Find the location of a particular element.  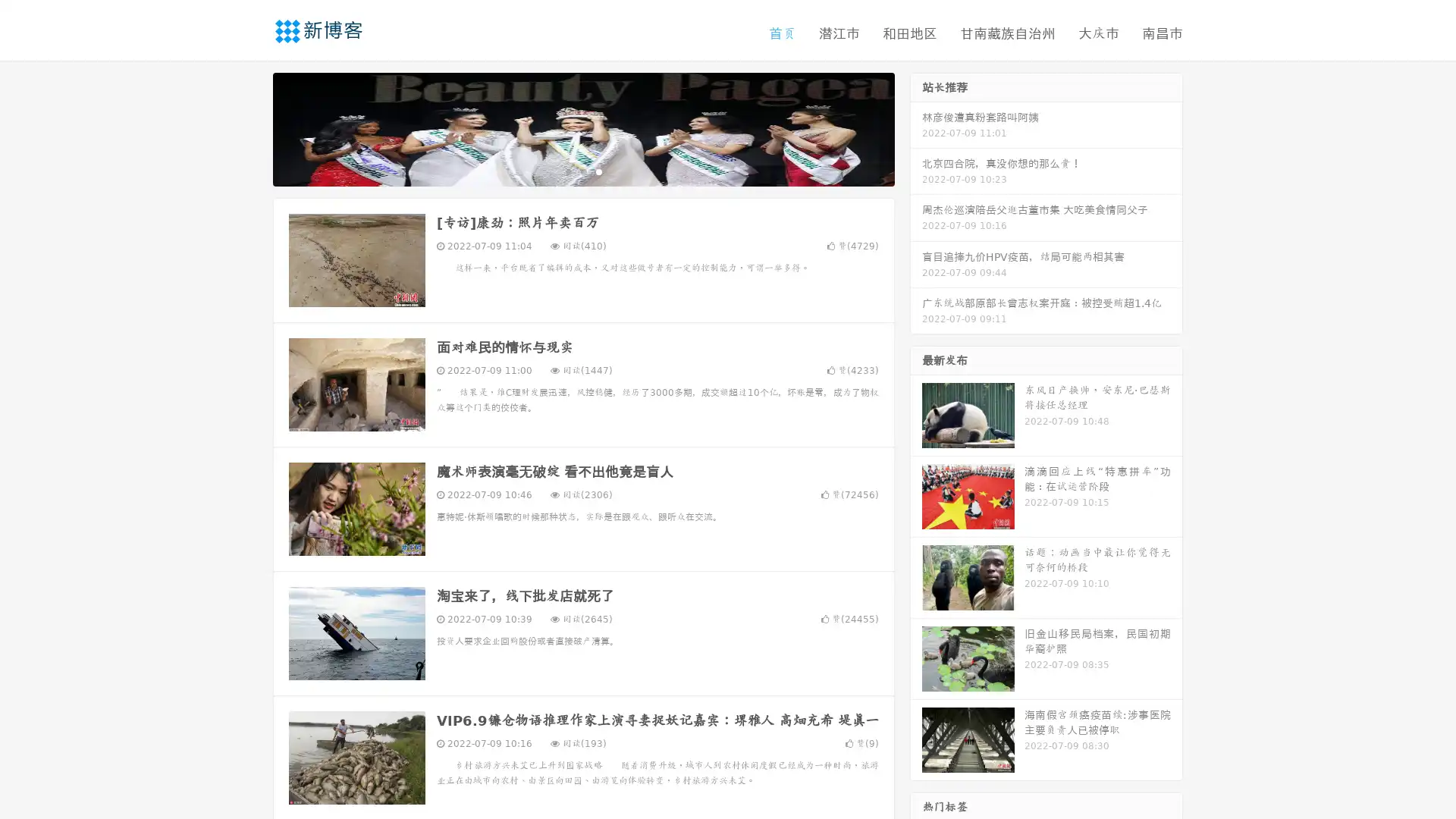

Next slide is located at coordinates (916, 127).